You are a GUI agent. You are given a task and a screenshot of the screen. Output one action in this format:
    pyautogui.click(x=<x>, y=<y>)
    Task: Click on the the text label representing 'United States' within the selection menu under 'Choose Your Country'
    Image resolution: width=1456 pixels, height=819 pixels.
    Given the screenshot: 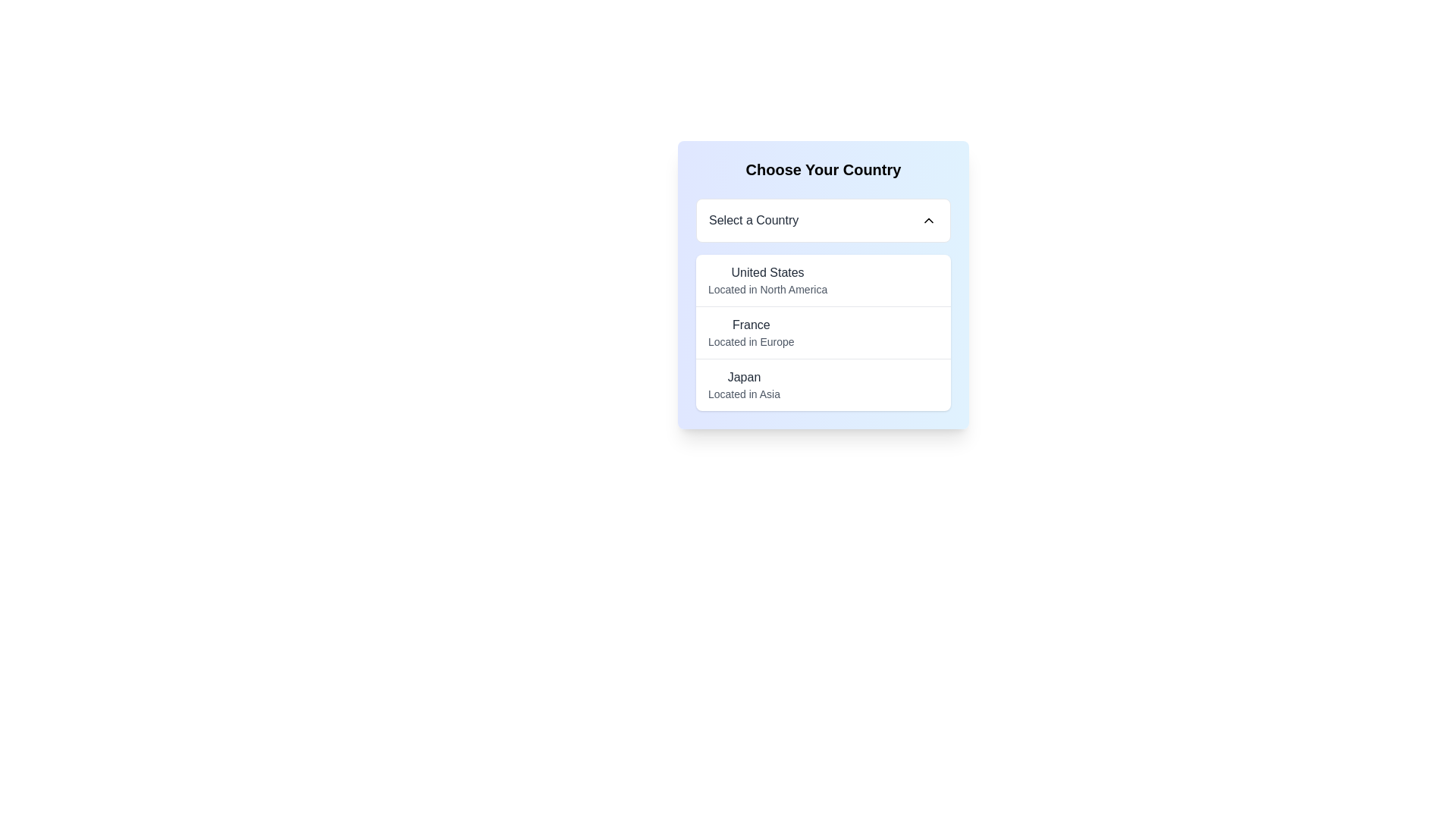 What is the action you would take?
    pyautogui.click(x=767, y=271)
    